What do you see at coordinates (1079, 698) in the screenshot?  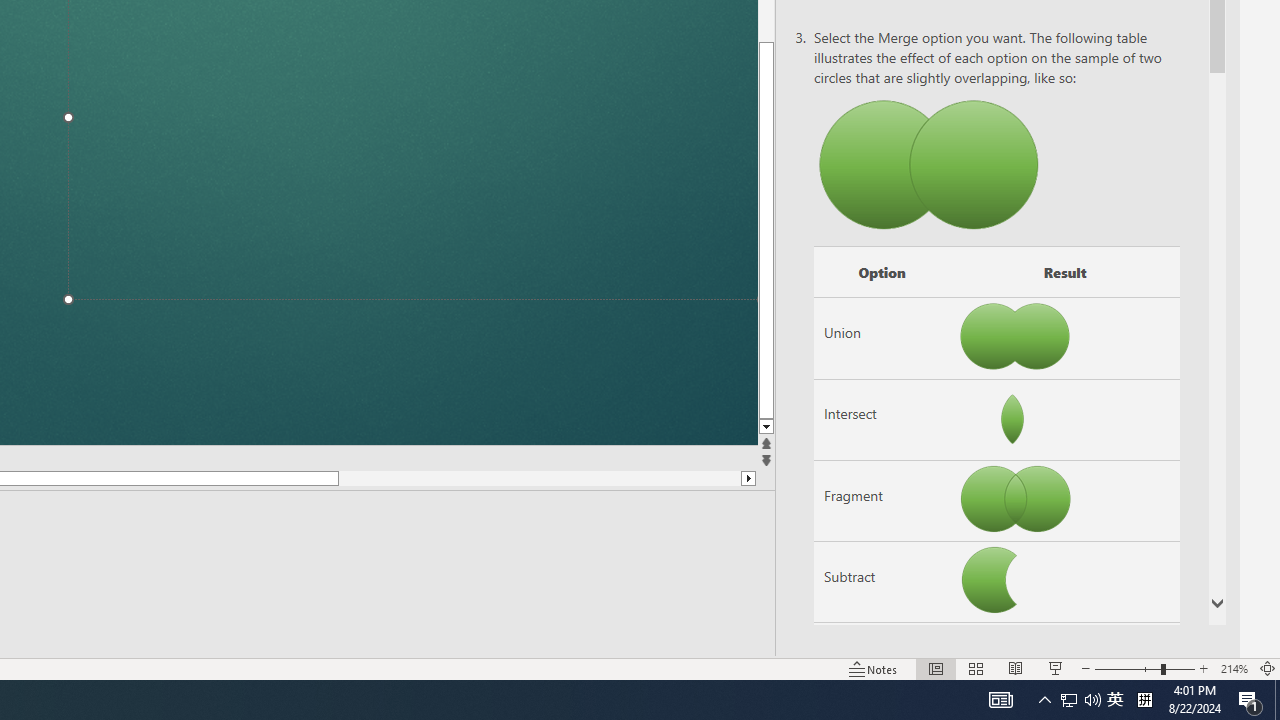 I see `'Tray Input Indicator - Chinese (Simplified, China)'` at bounding box center [1079, 698].